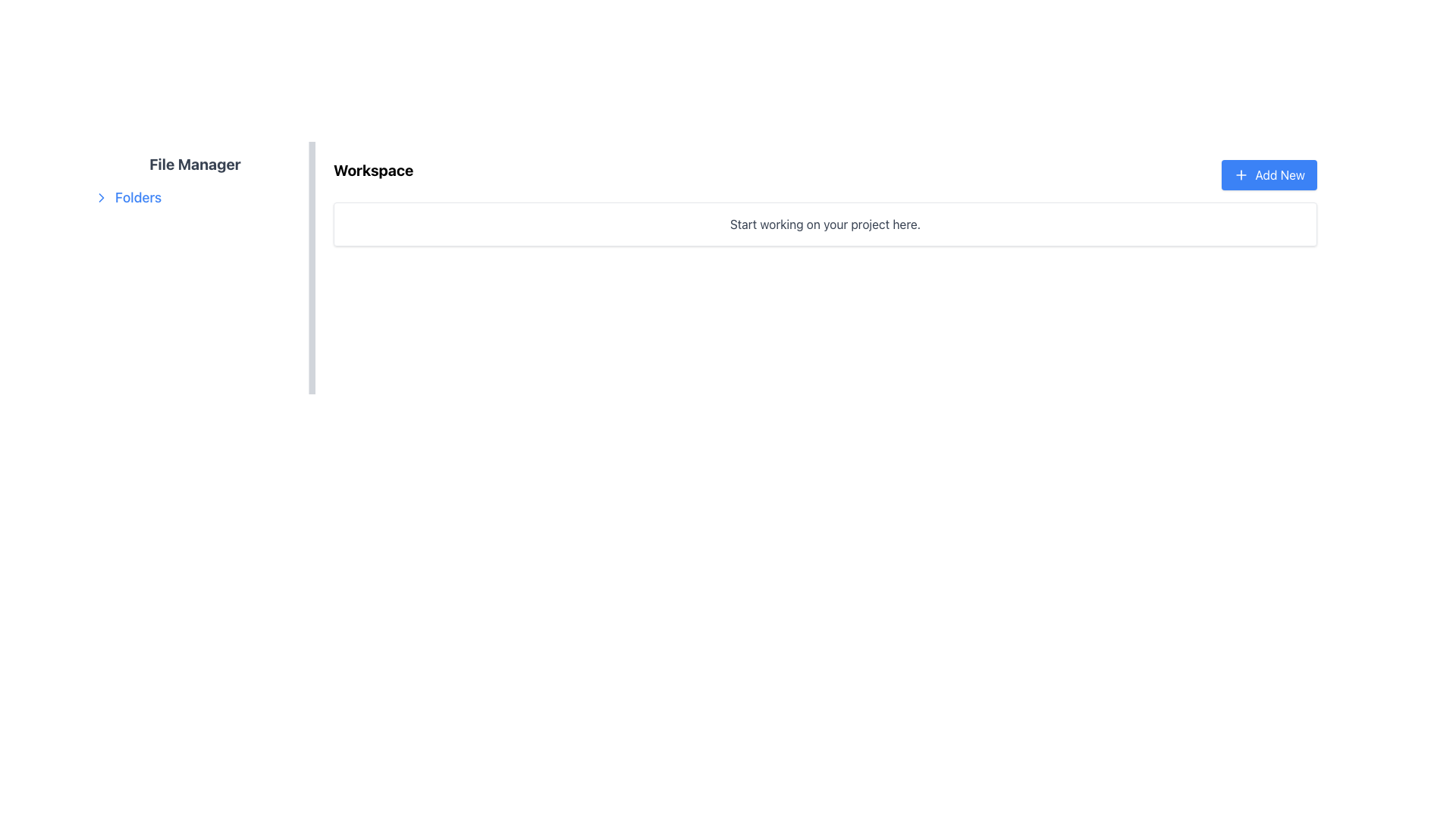 Image resolution: width=1456 pixels, height=819 pixels. What do you see at coordinates (127, 197) in the screenshot?
I see `the bold blue text link labeled 'Folders' with a chevron icon` at bounding box center [127, 197].